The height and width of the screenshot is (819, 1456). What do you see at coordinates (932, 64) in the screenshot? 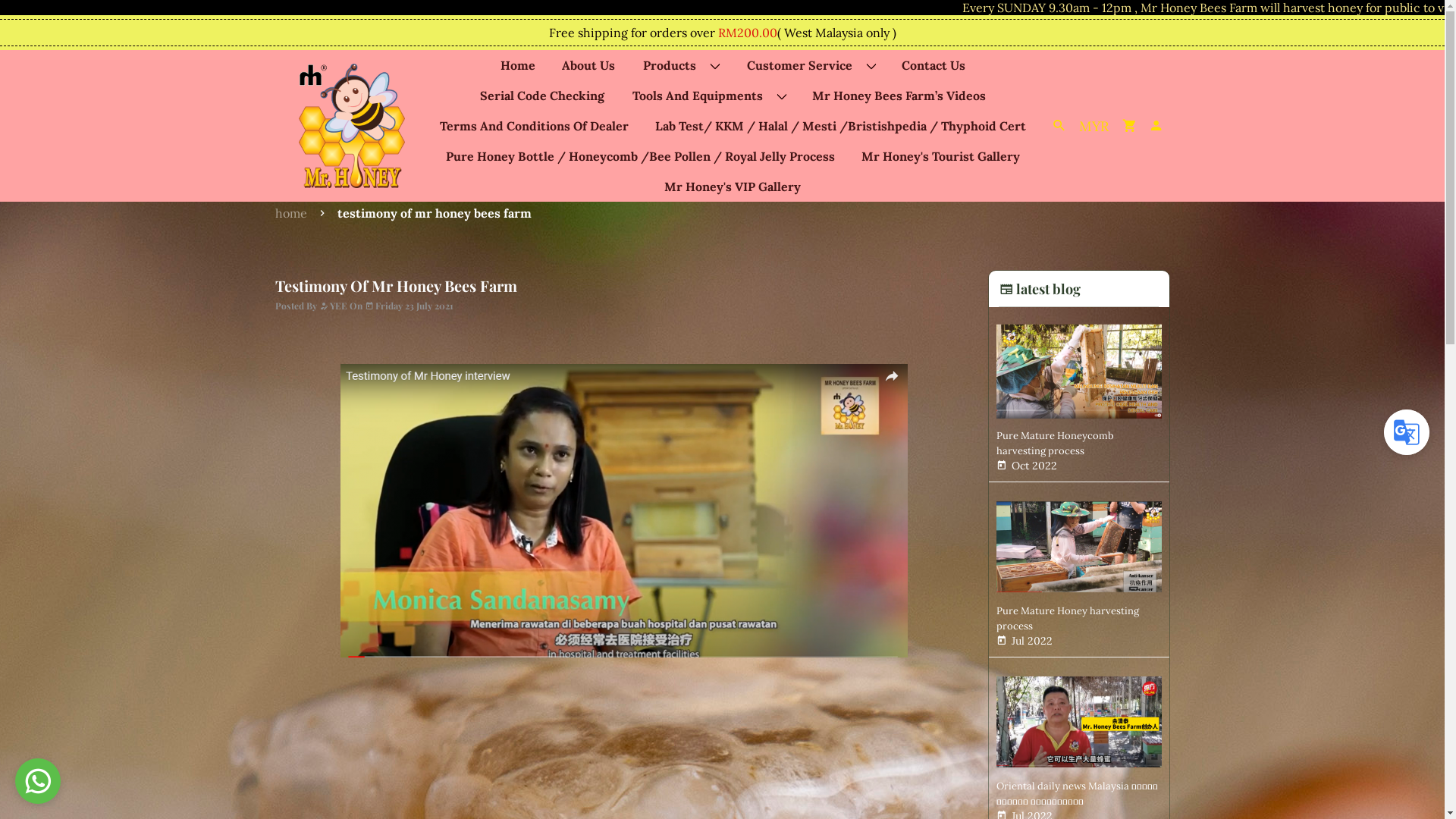
I see `'Contact Us'` at bounding box center [932, 64].